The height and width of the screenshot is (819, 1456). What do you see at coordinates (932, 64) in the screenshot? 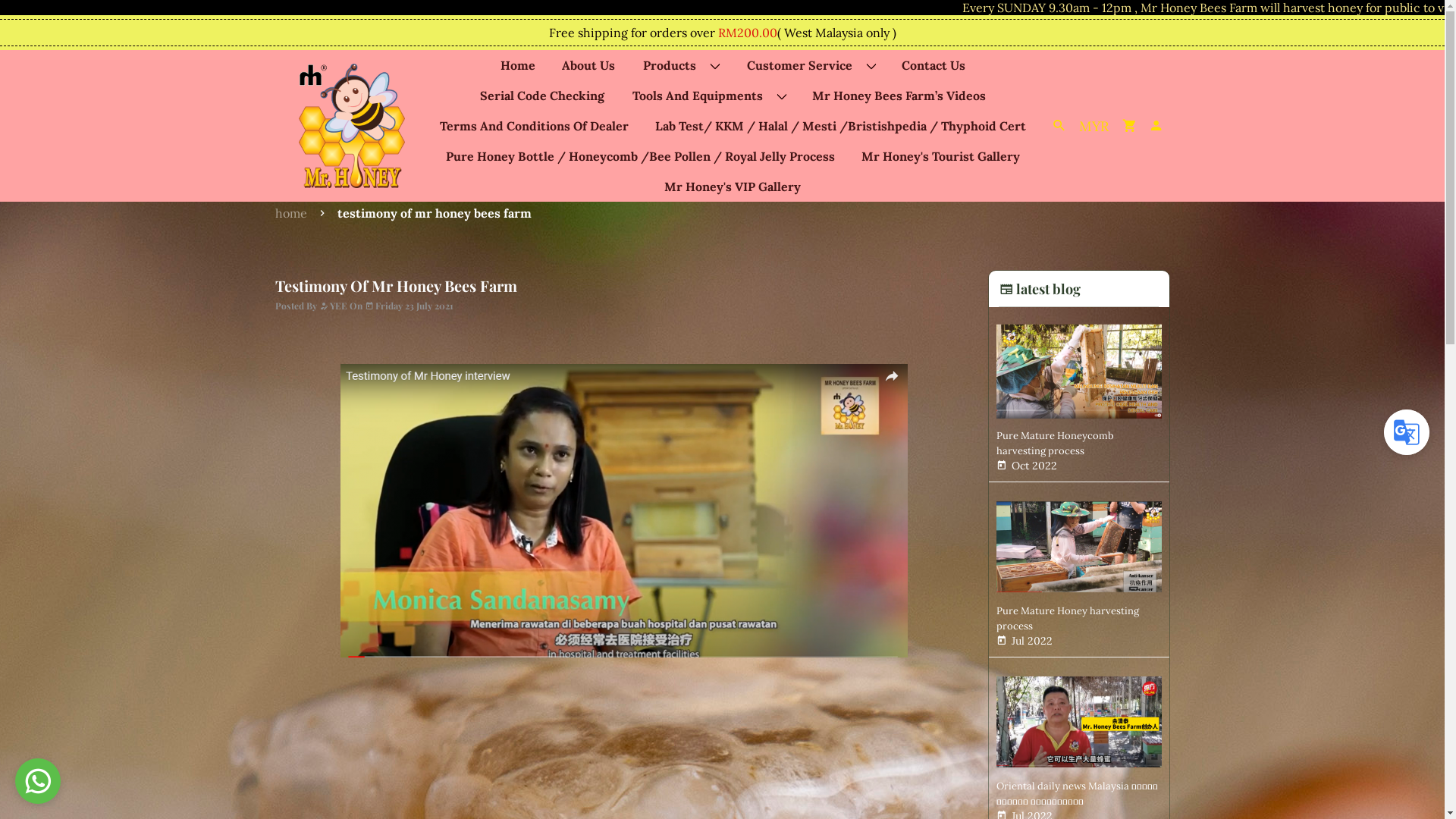
I see `'Contact Us'` at bounding box center [932, 64].